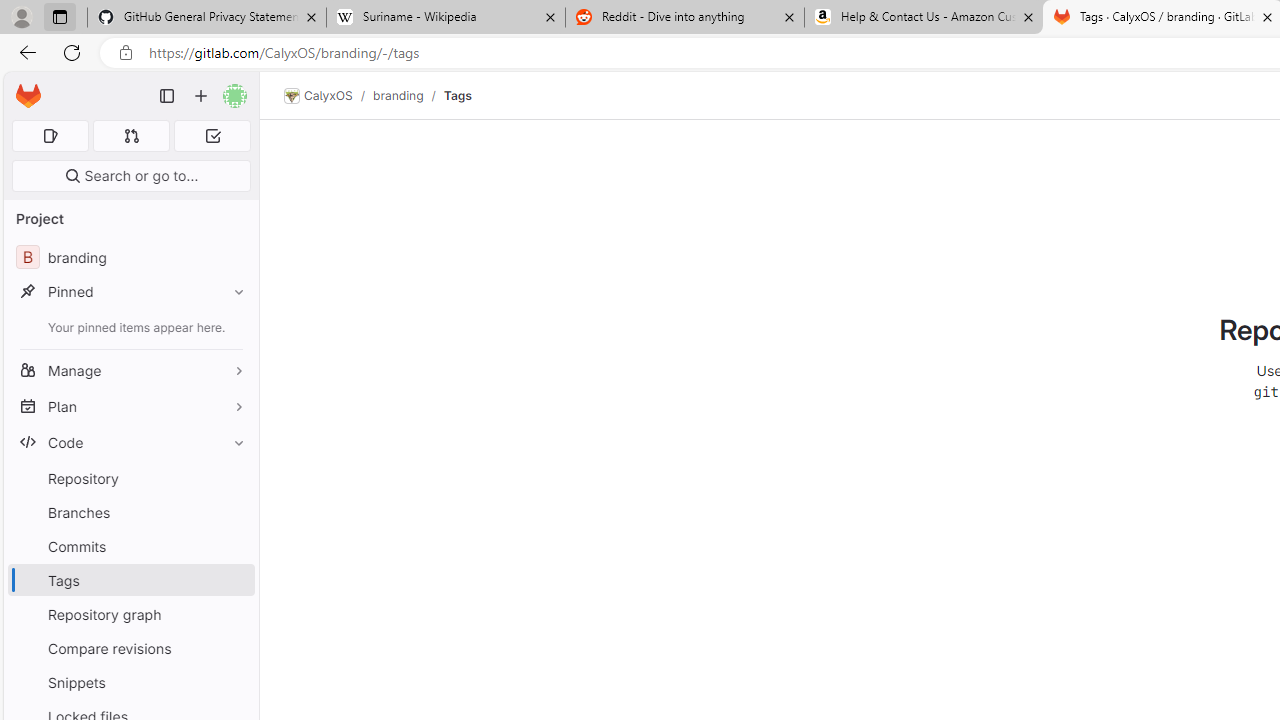 The width and height of the screenshot is (1280, 720). What do you see at coordinates (130, 256) in the screenshot?
I see `'B branding'` at bounding box center [130, 256].